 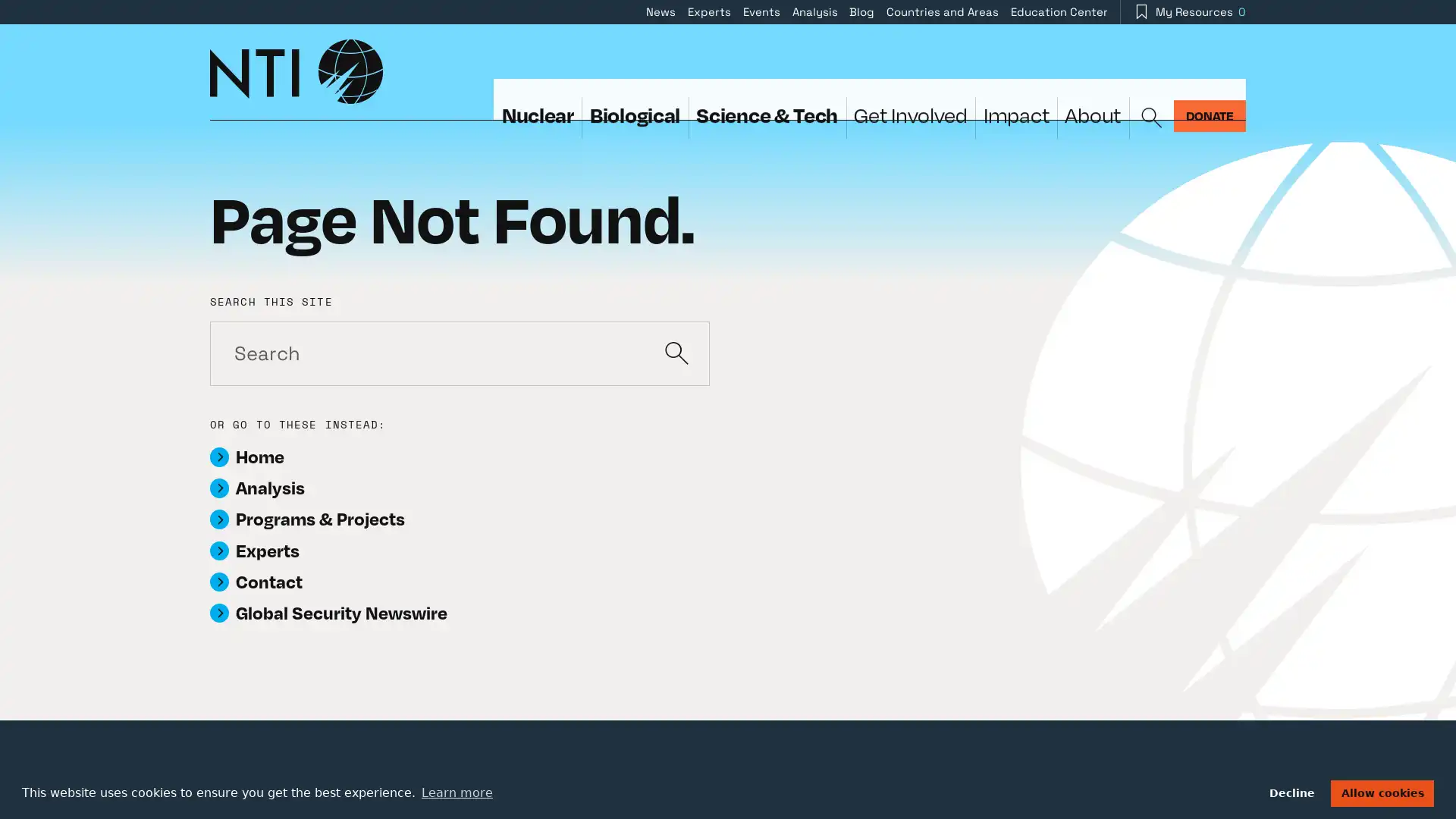 What do you see at coordinates (676, 353) in the screenshot?
I see `Submit` at bounding box center [676, 353].